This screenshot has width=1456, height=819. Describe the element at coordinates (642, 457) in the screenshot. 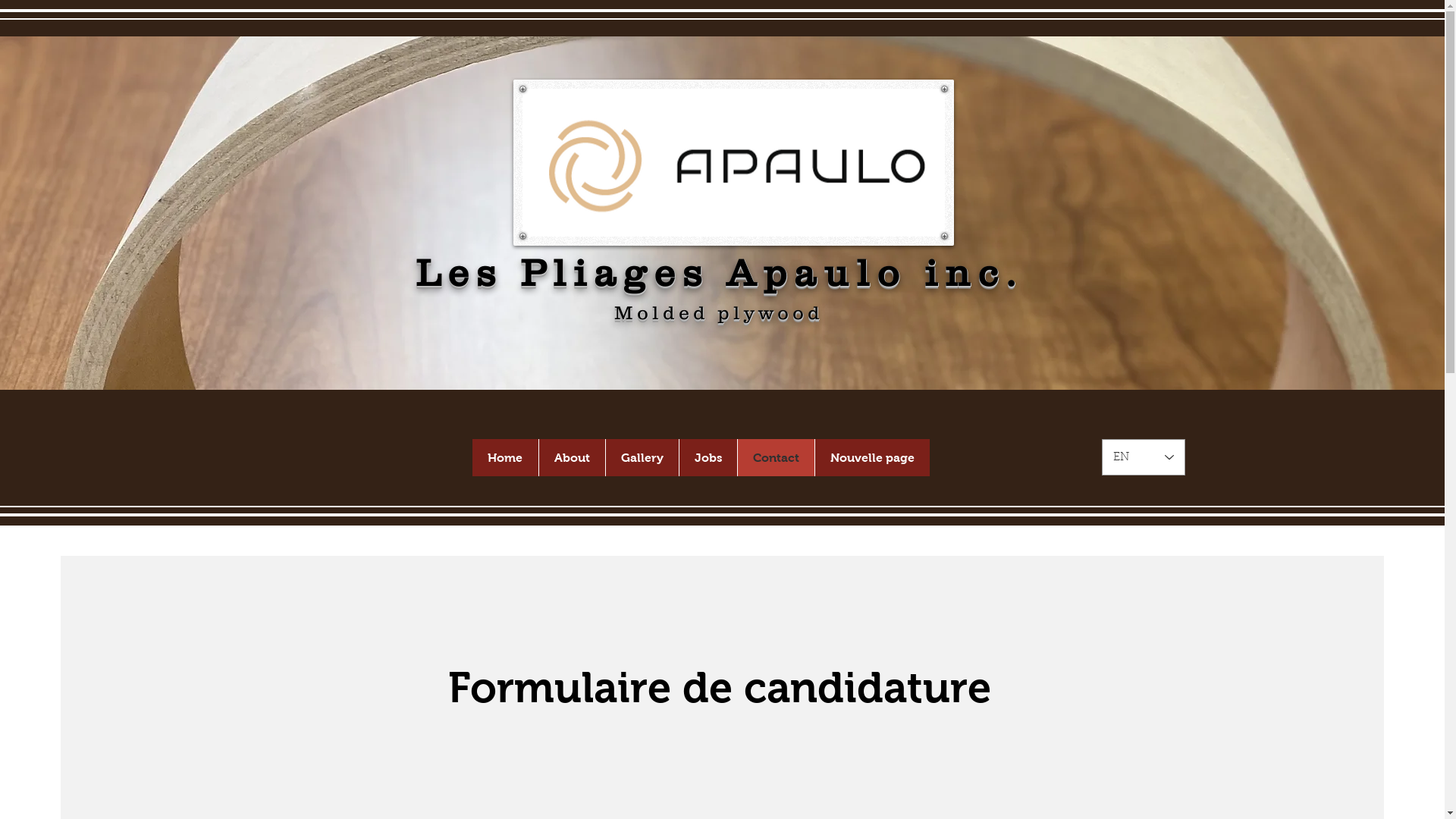

I see `'Gallery'` at that location.